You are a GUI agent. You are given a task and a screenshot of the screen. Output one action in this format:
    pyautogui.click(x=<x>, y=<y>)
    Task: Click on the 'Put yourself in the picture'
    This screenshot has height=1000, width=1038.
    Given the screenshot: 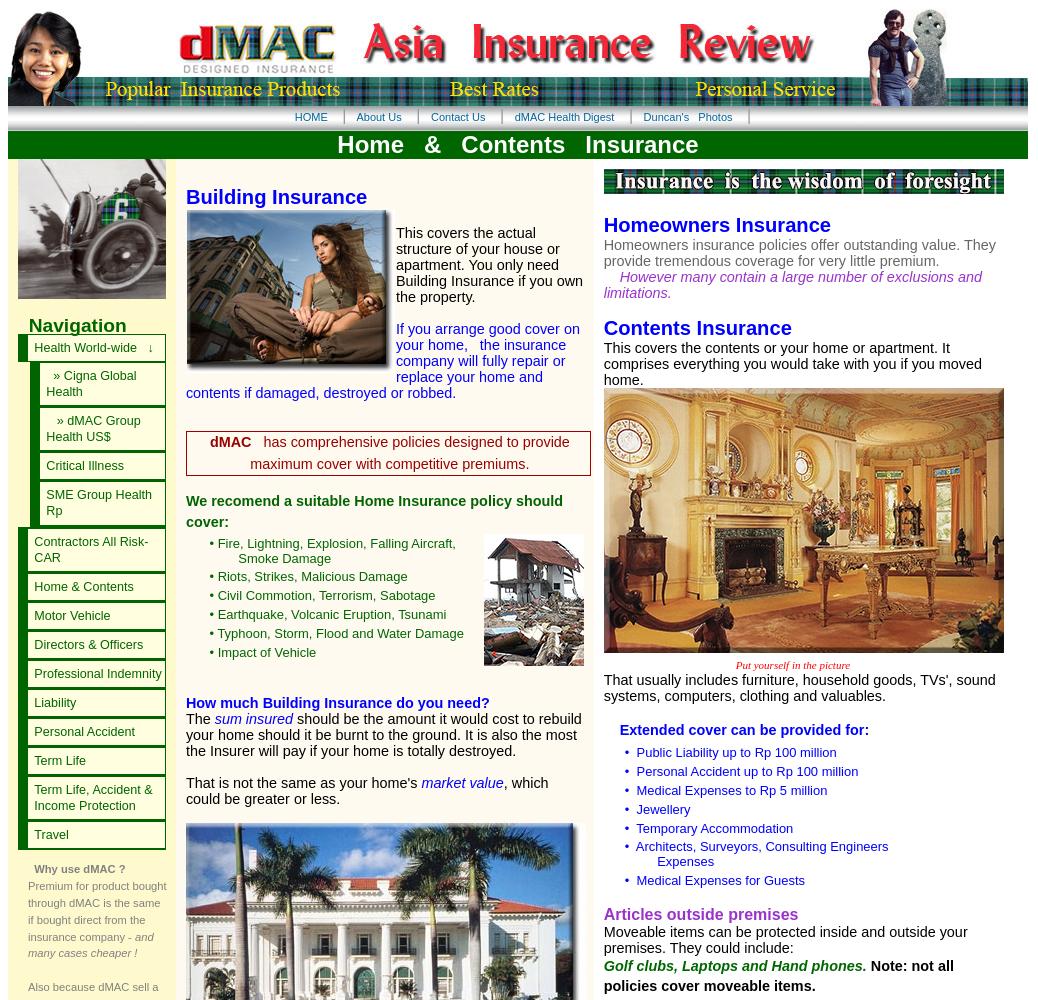 What is the action you would take?
    pyautogui.click(x=725, y=665)
    